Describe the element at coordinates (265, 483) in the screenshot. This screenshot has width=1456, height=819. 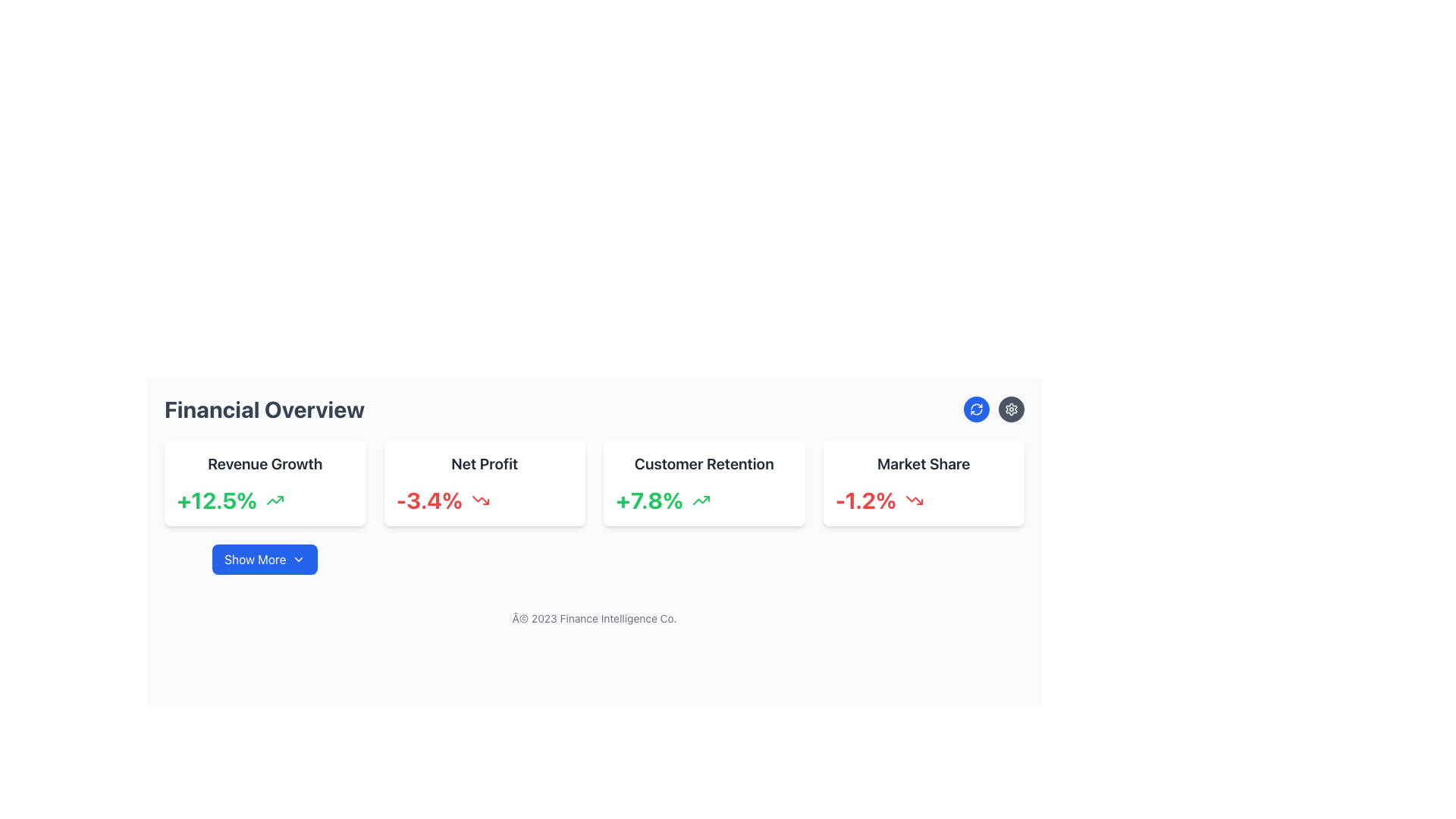
I see `the revenue growth card located in the top-left section of the four-card layout, which displays summary metrics and trends` at that location.